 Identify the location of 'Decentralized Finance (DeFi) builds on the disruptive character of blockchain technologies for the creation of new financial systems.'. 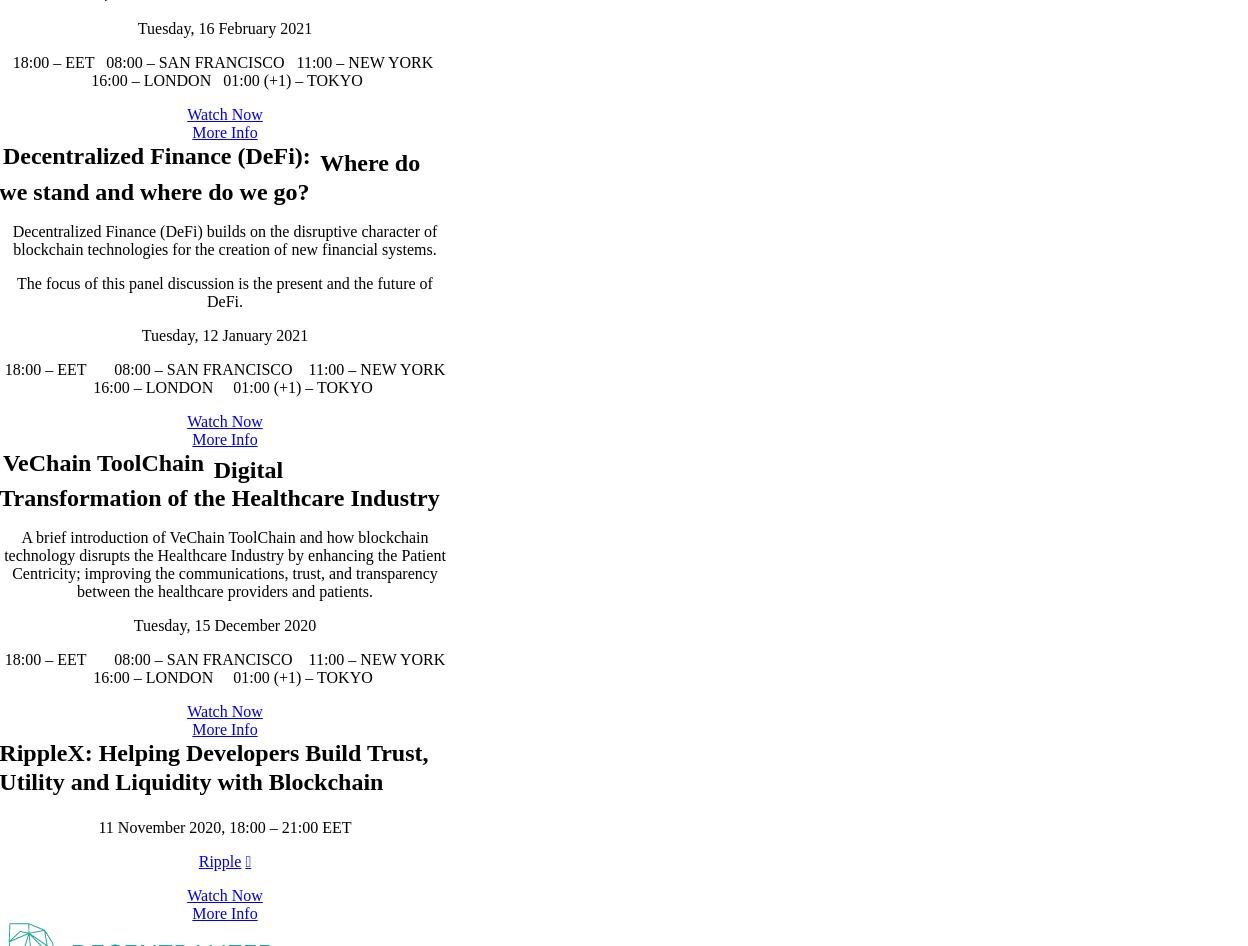
(224, 440).